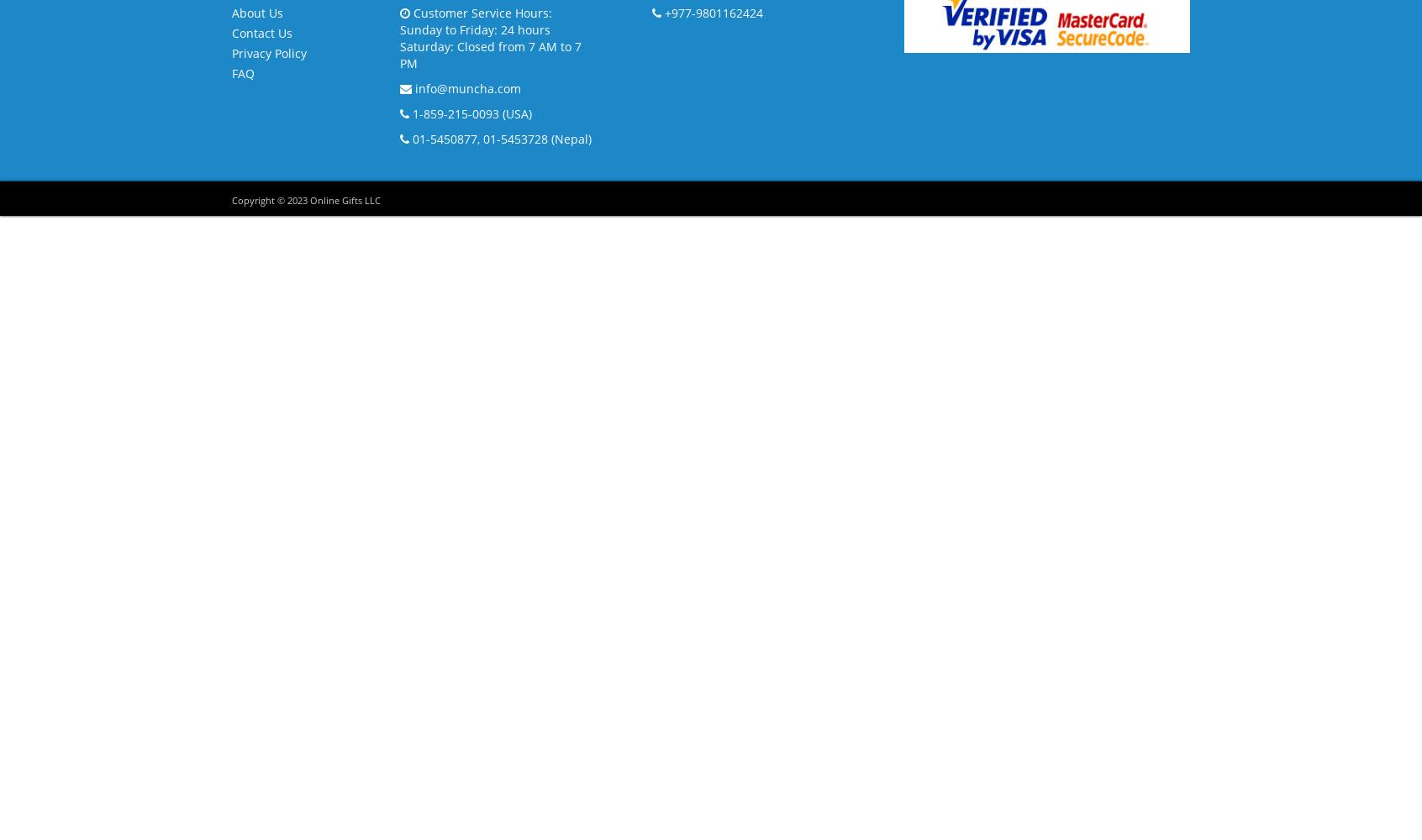  I want to click on '01-5450877, 01-5453728 (Nepal)', so click(499, 138).